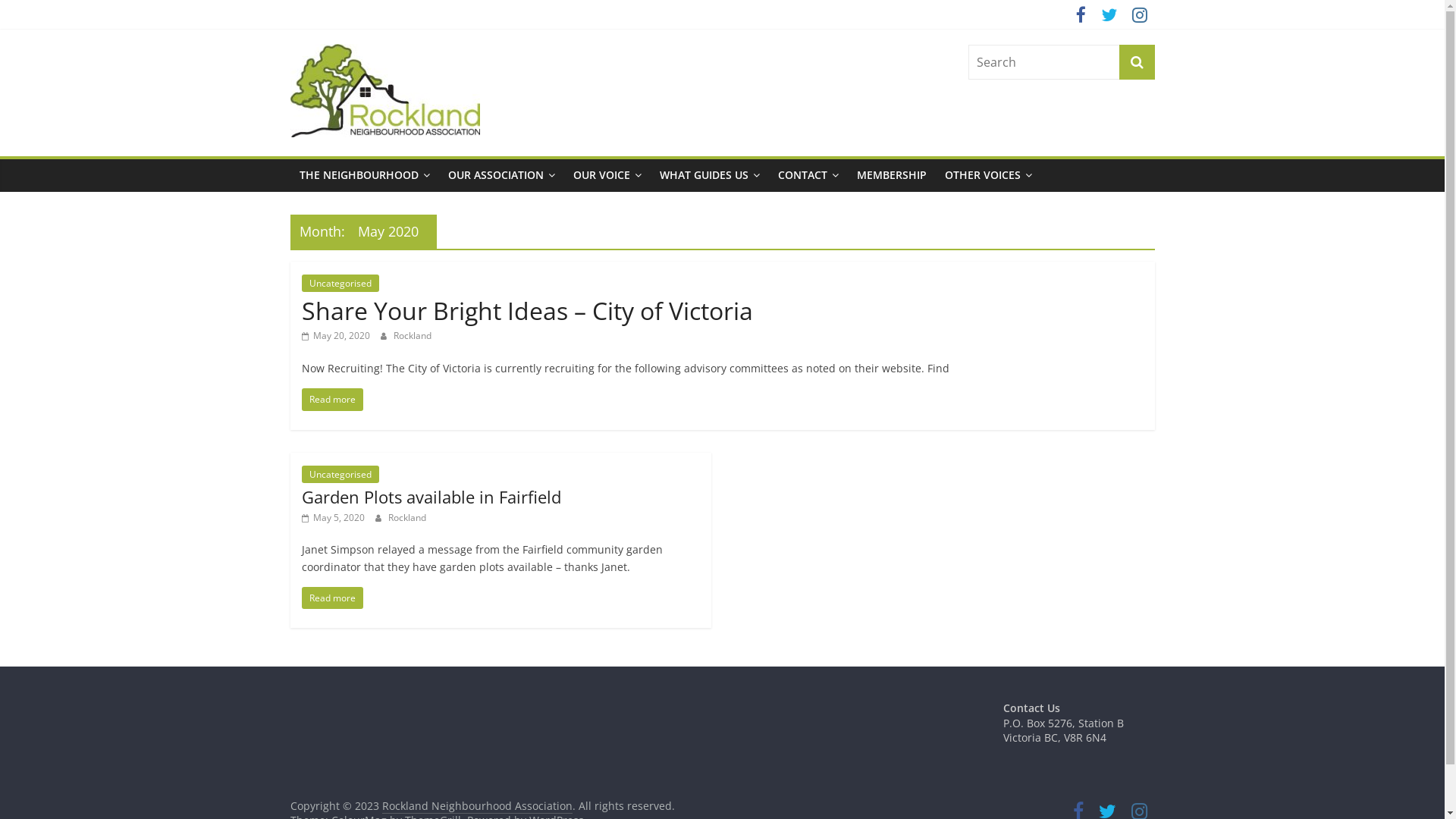 The image size is (1456, 819). Describe the element at coordinates (607, 174) in the screenshot. I see `'OUR VOICE'` at that location.